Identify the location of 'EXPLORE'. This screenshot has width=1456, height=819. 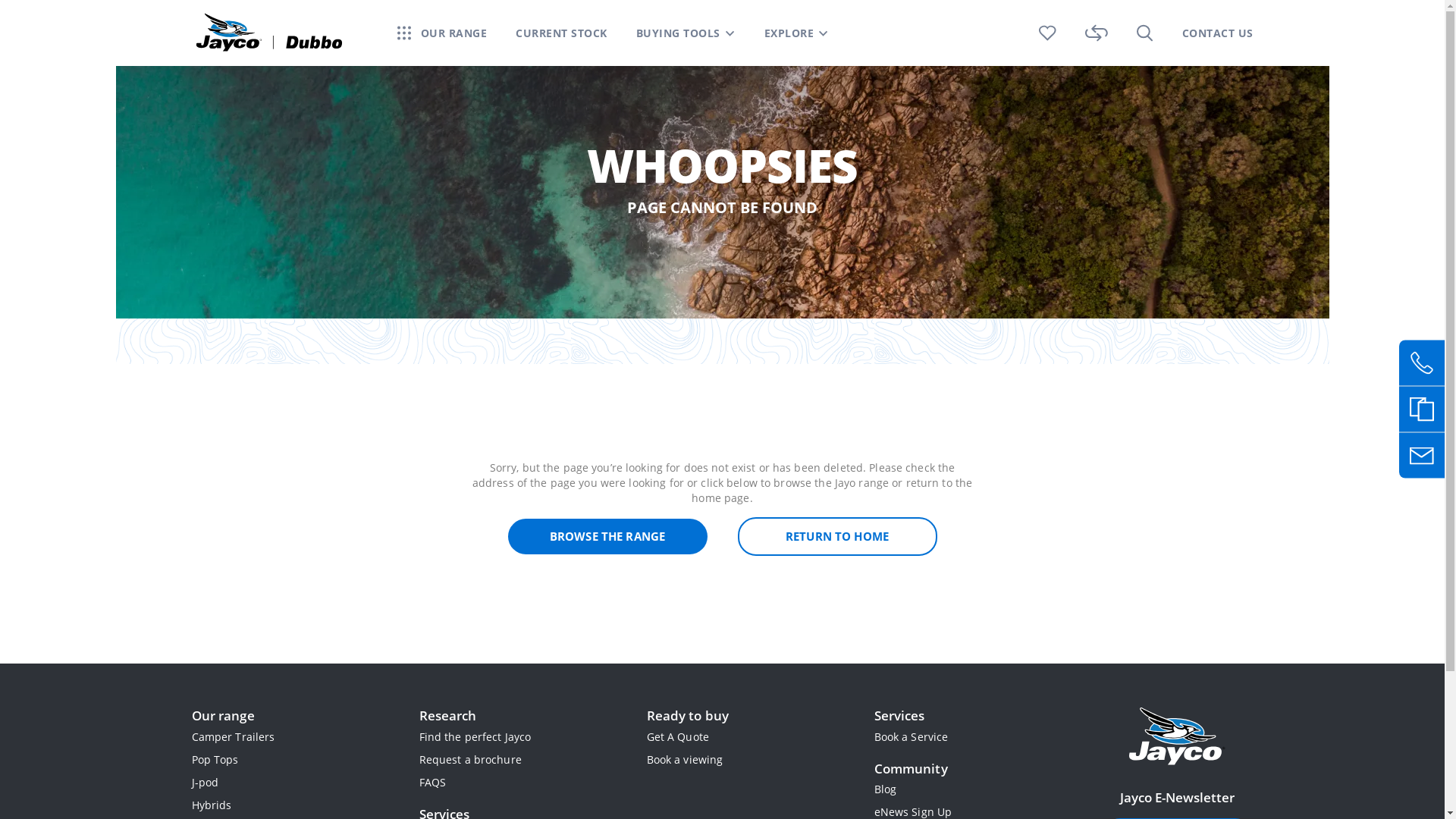
(789, 33).